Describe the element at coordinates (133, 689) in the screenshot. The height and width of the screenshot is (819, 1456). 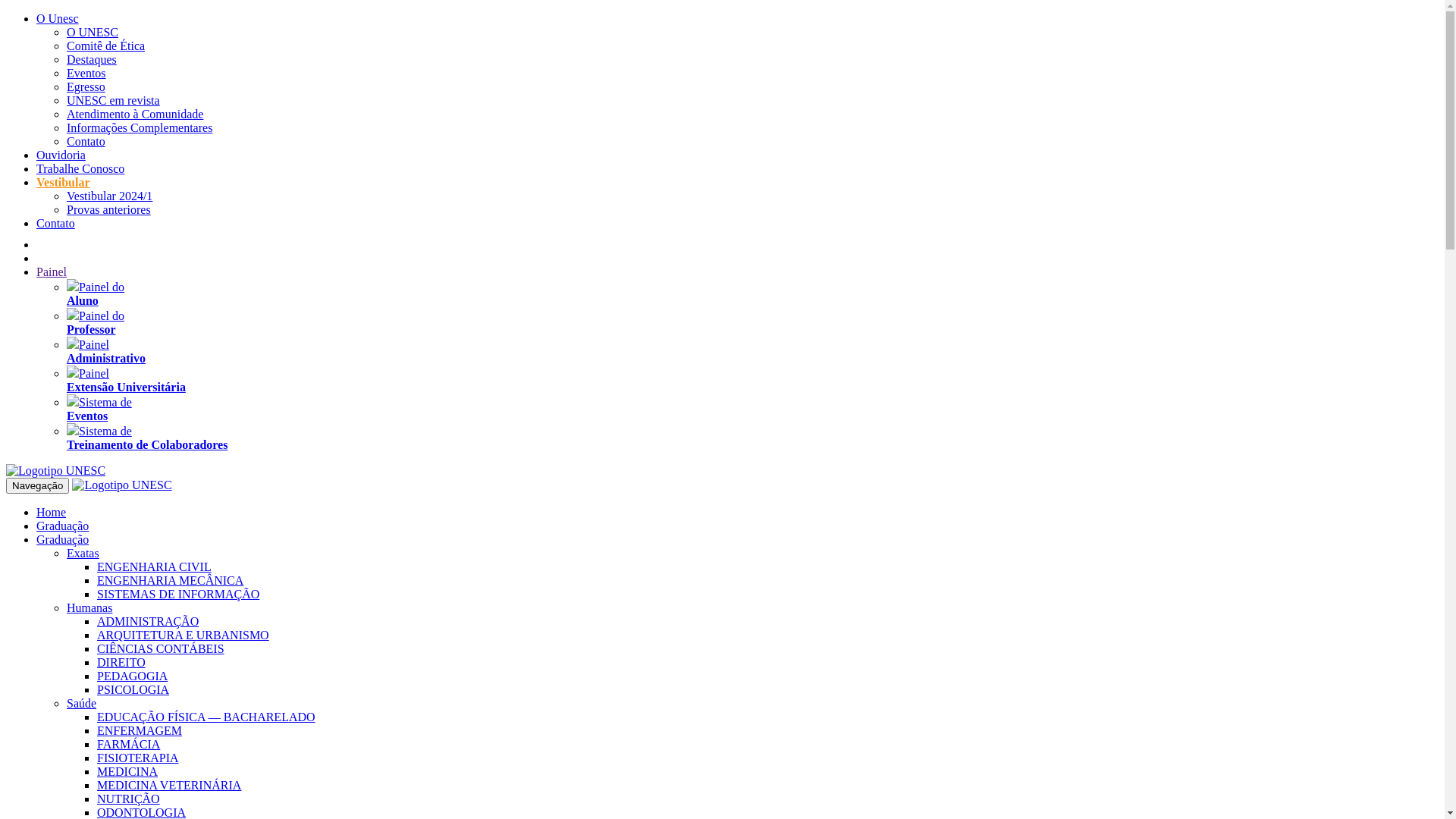
I see `'PSICOLOGIA'` at that location.